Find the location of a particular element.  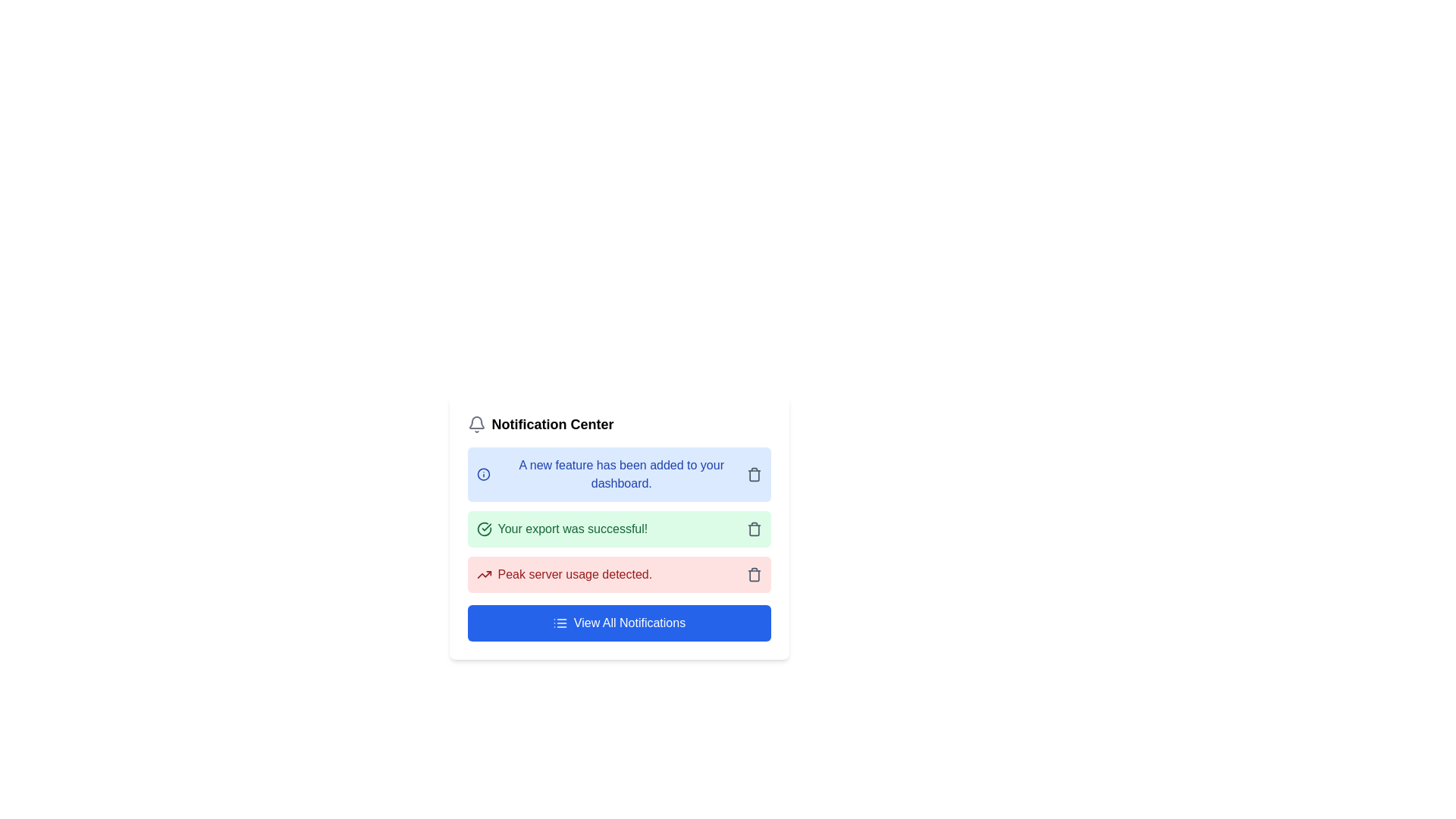

the trash bin icon button located in the top-right corner of the second notification card with a green background and a success message, to observe any hover effects is located at coordinates (754, 529).